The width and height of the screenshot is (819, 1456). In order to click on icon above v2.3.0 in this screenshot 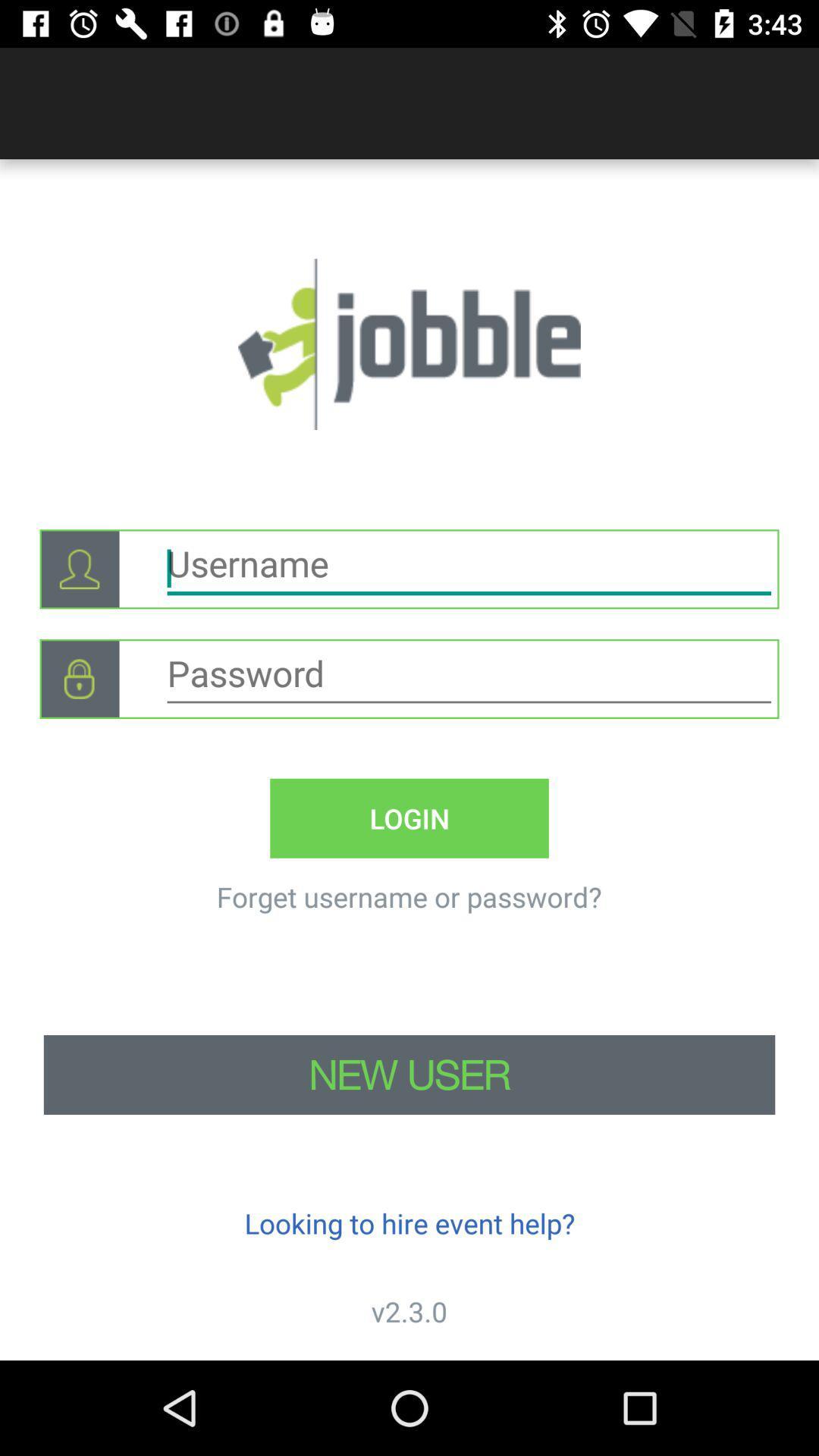, I will do `click(409, 1223)`.